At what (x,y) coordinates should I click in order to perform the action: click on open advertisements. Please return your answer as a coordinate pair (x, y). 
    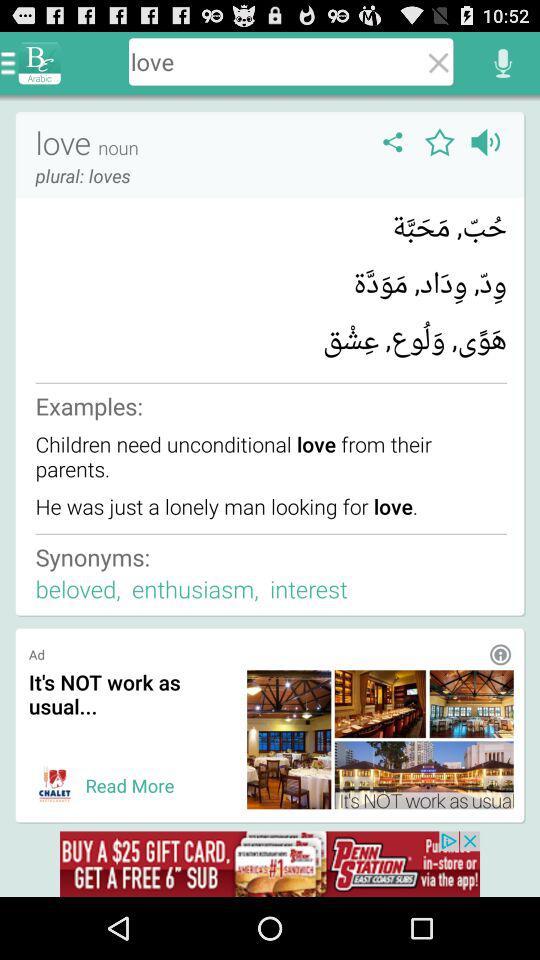
    Looking at the image, I should click on (270, 863).